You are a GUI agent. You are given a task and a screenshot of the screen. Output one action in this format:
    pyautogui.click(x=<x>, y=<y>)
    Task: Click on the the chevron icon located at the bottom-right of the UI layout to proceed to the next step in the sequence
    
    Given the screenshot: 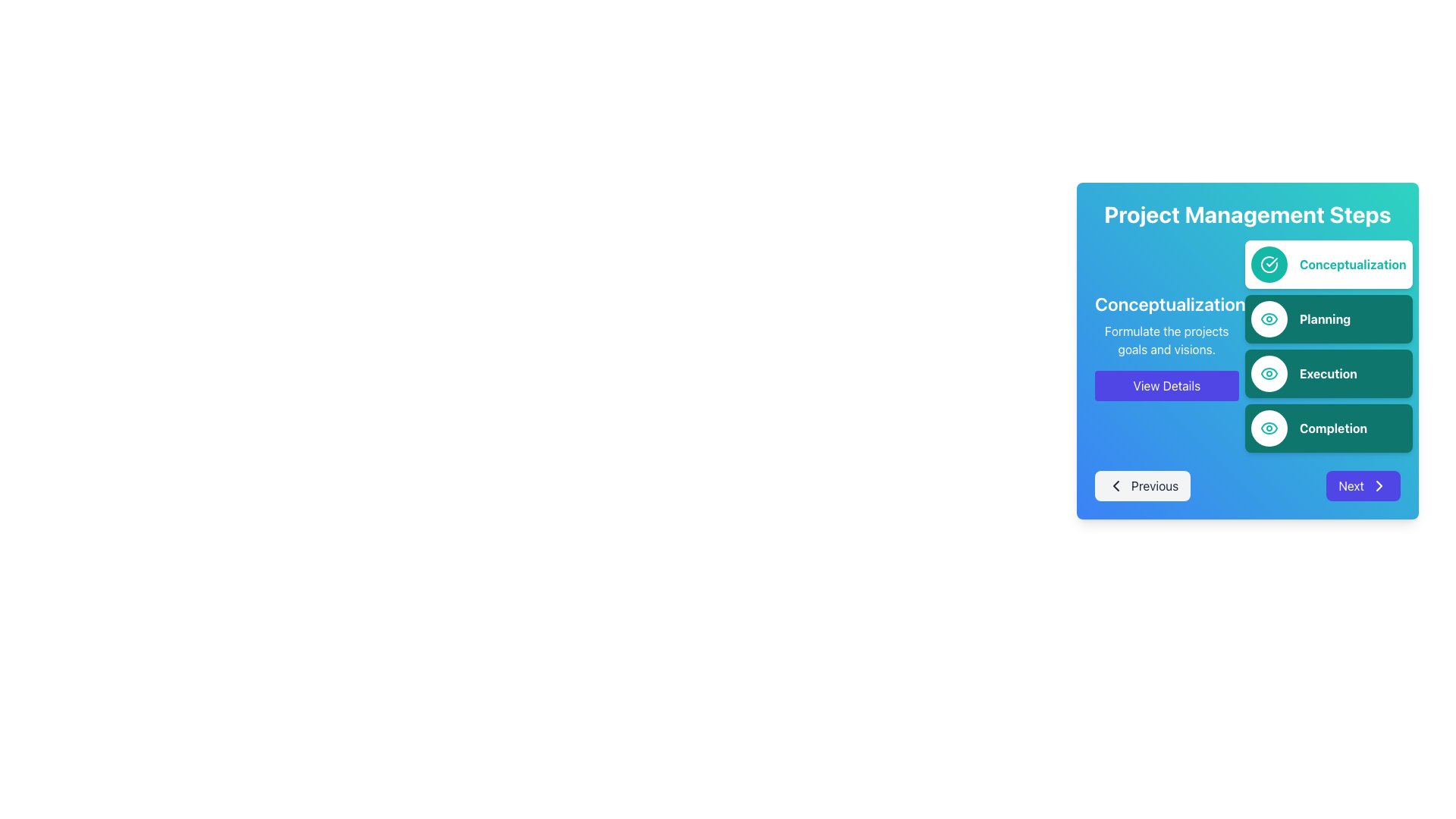 What is the action you would take?
    pyautogui.click(x=1379, y=485)
    